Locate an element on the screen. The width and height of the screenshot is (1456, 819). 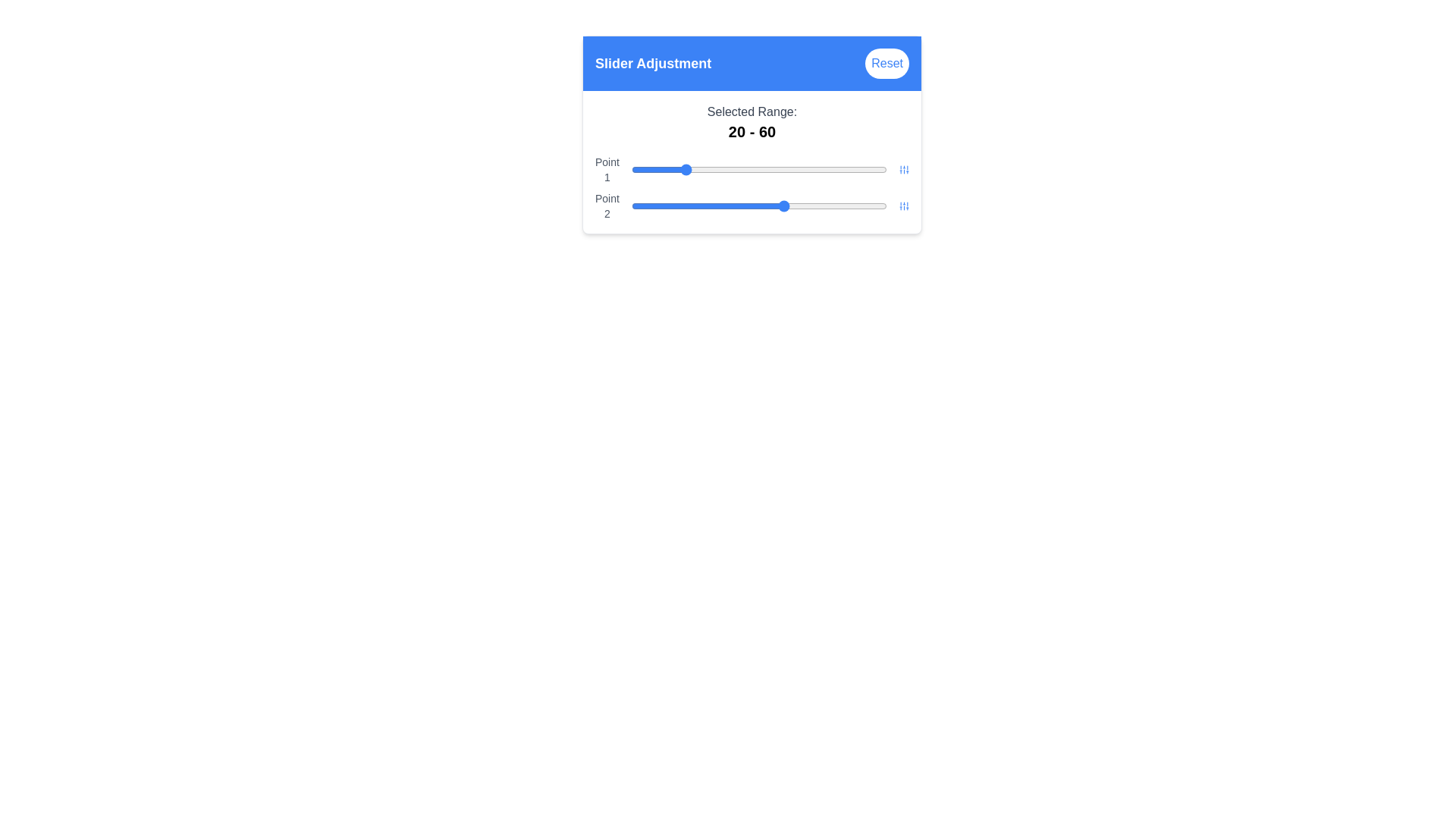
the slider is located at coordinates (679, 206).